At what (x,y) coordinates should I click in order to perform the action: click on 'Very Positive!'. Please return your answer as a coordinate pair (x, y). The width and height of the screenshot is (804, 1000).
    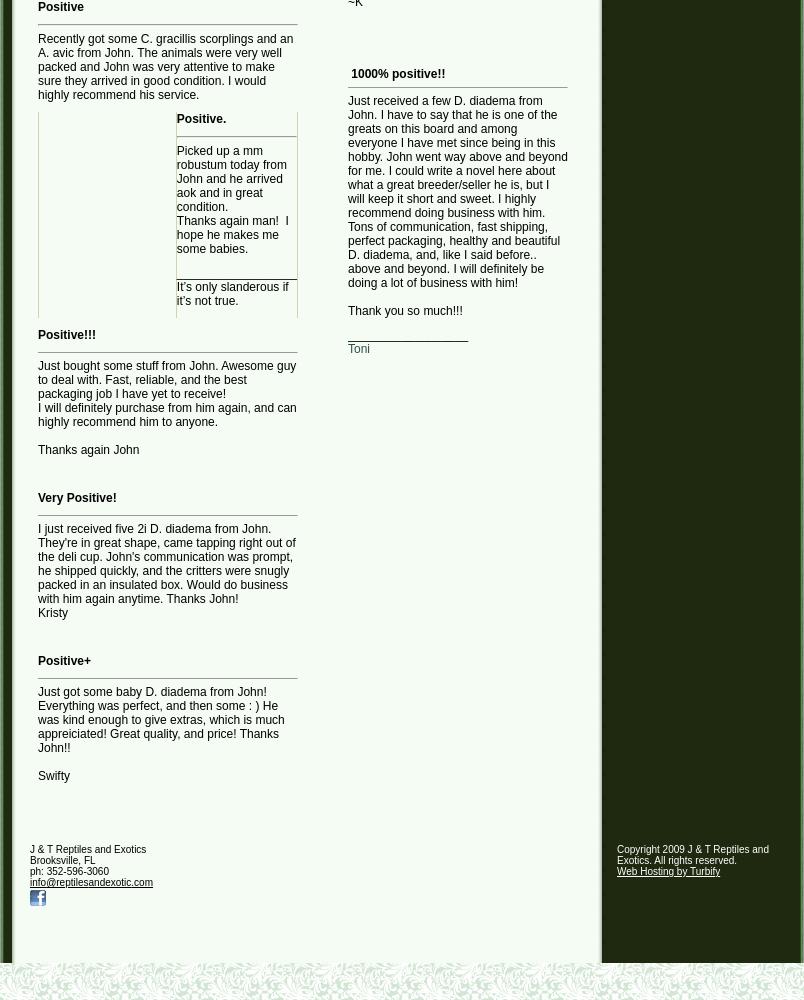
    Looking at the image, I should click on (38, 497).